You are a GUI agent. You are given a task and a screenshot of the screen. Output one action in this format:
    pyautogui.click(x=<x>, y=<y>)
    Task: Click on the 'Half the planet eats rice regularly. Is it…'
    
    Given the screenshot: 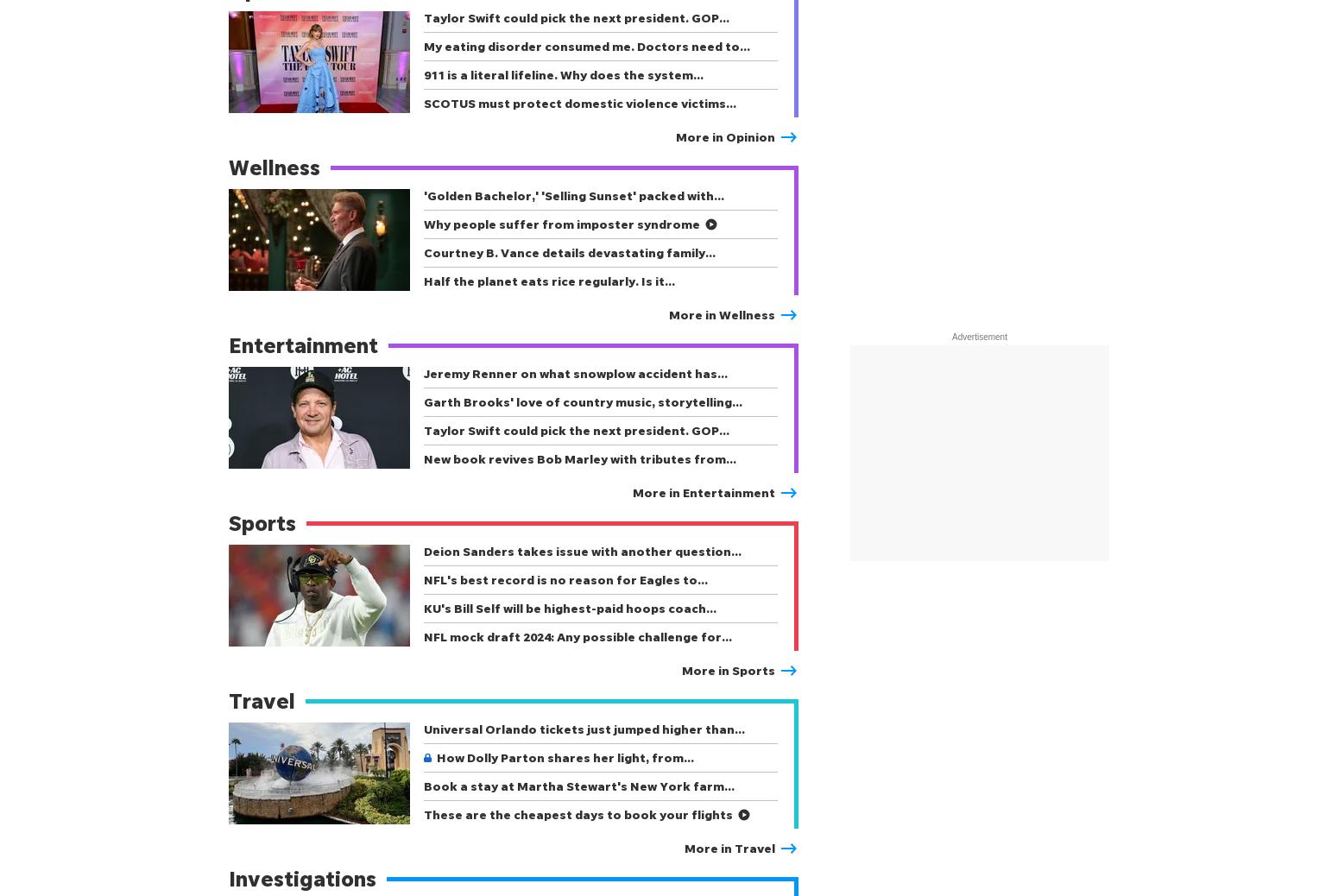 What is the action you would take?
    pyautogui.click(x=548, y=281)
    